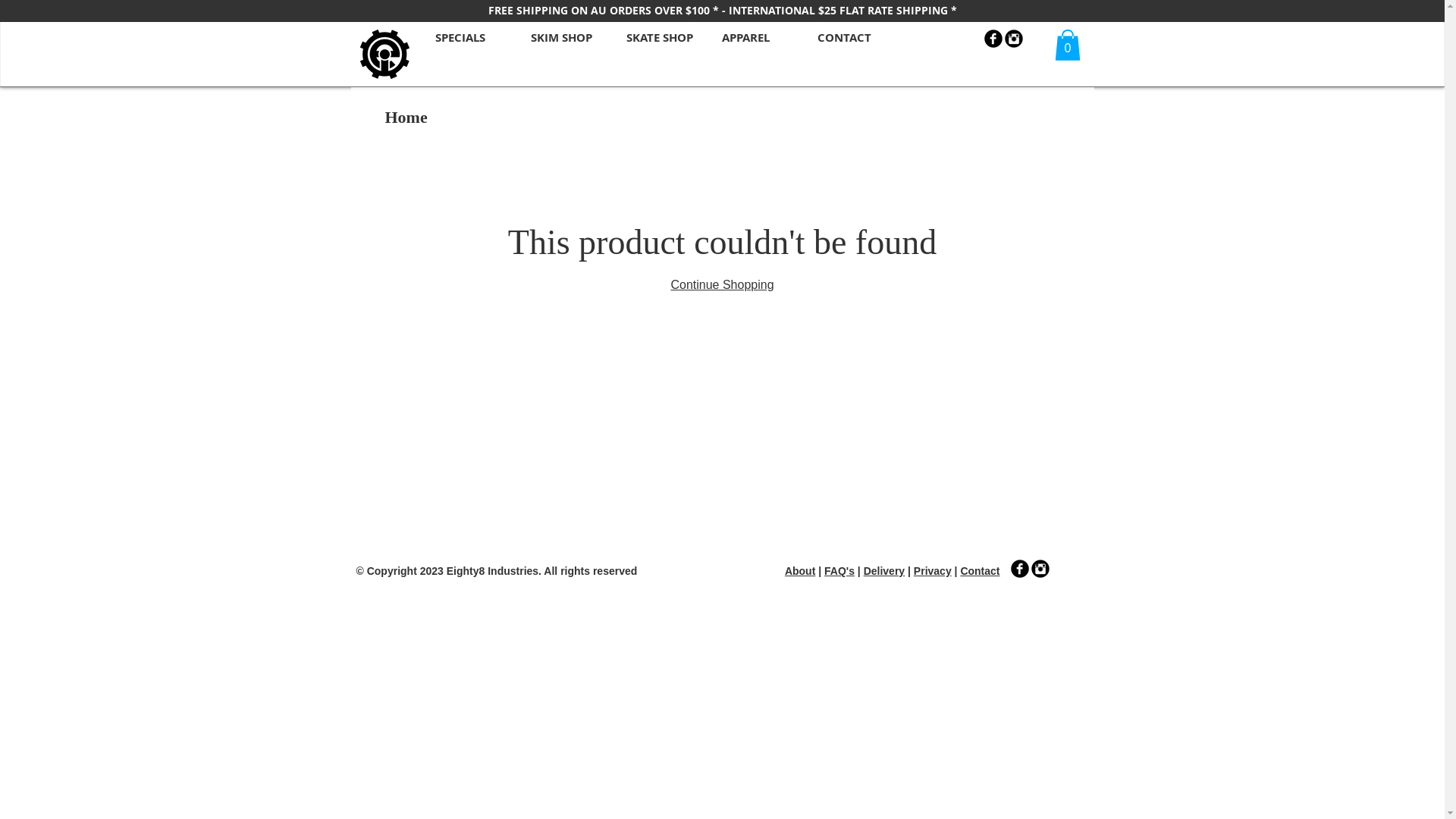 The width and height of the screenshot is (1456, 819). I want to click on 'Contact', so click(959, 570).